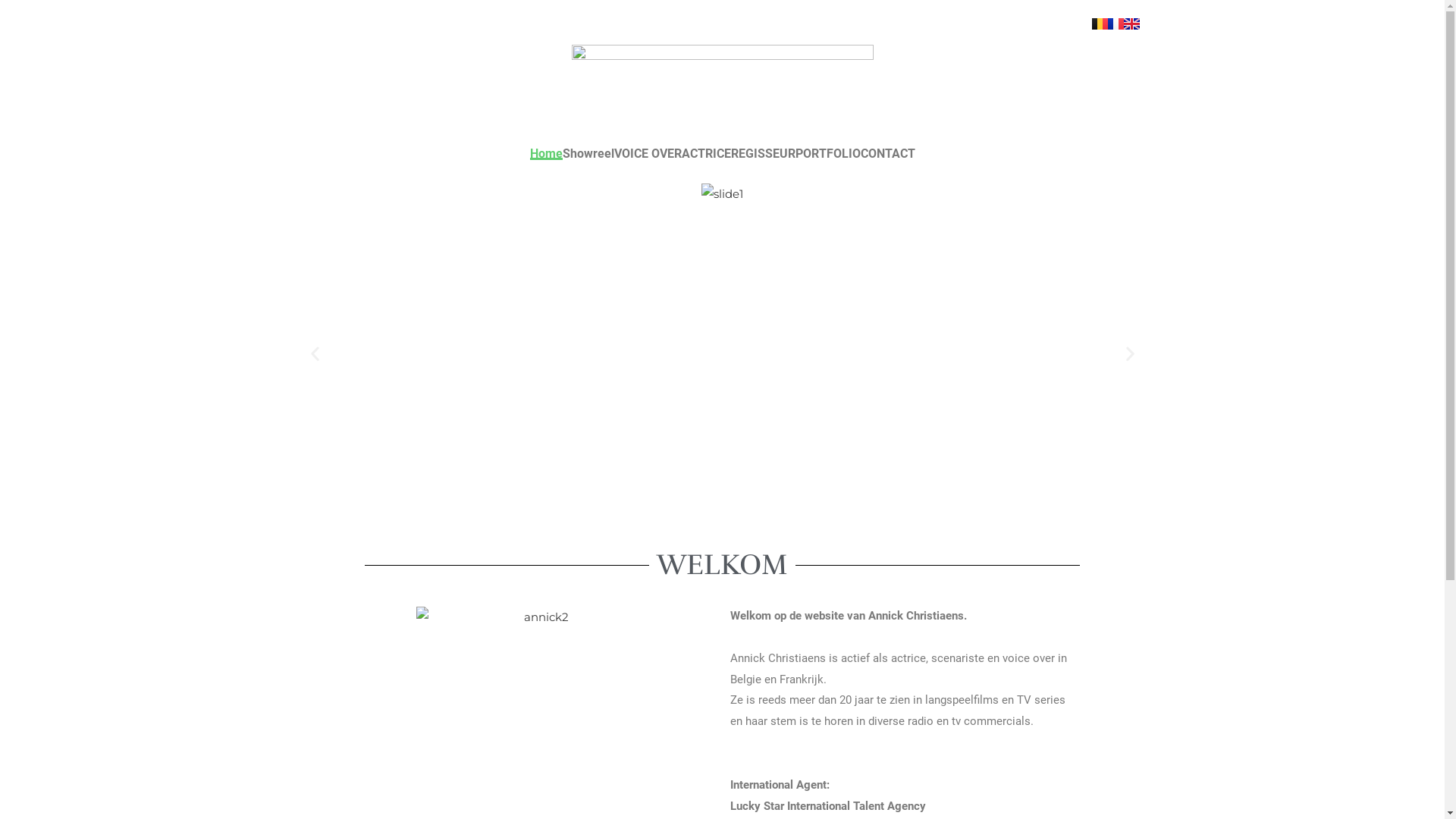  I want to click on 'VOICE OVER', so click(648, 154).